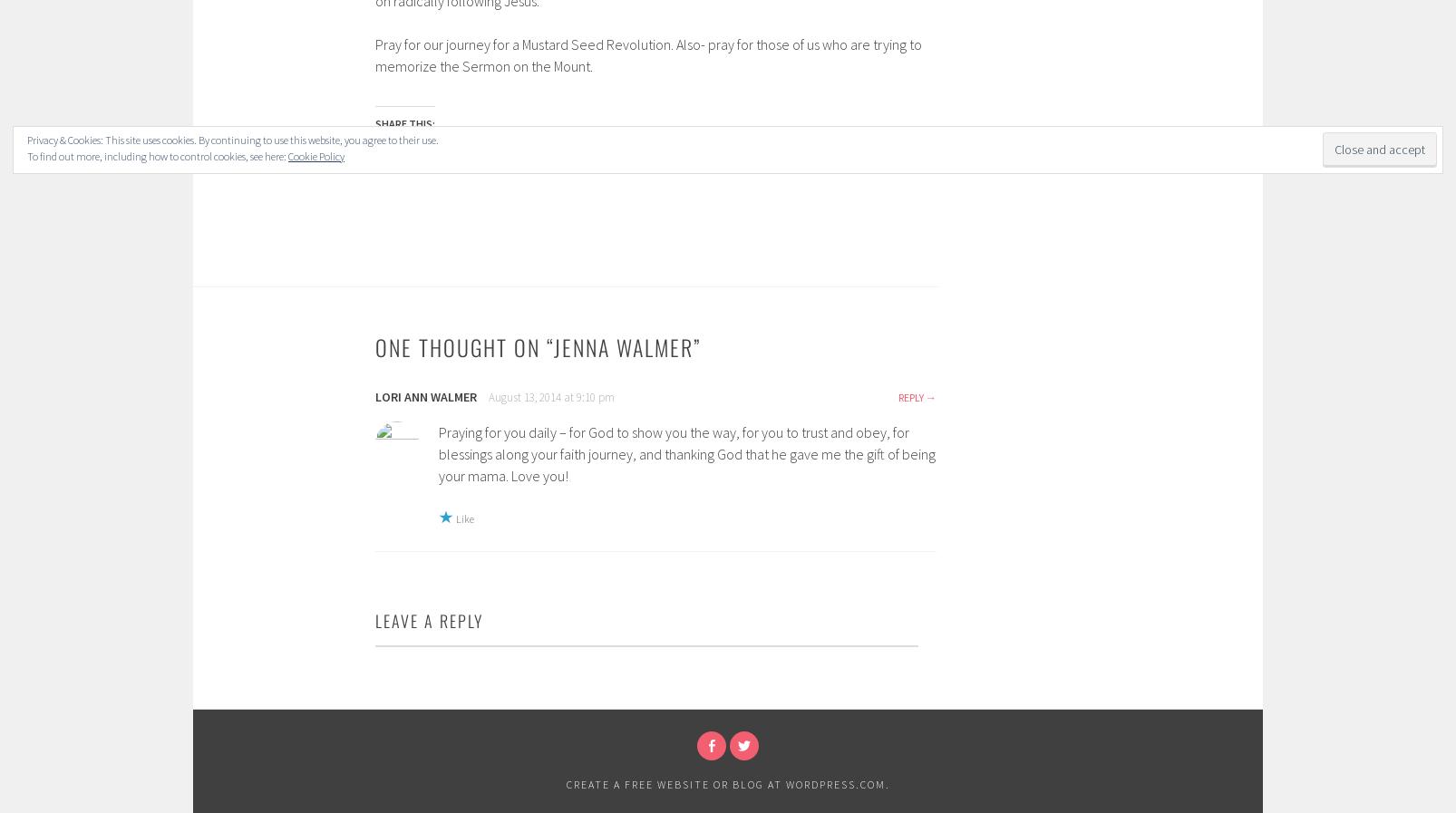 This screenshot has width=1456, height=813. Describe the element at coordinates (551, 396) in the screenshot. I see `'August 13, 2014 at 9:10 pm'` at that location.